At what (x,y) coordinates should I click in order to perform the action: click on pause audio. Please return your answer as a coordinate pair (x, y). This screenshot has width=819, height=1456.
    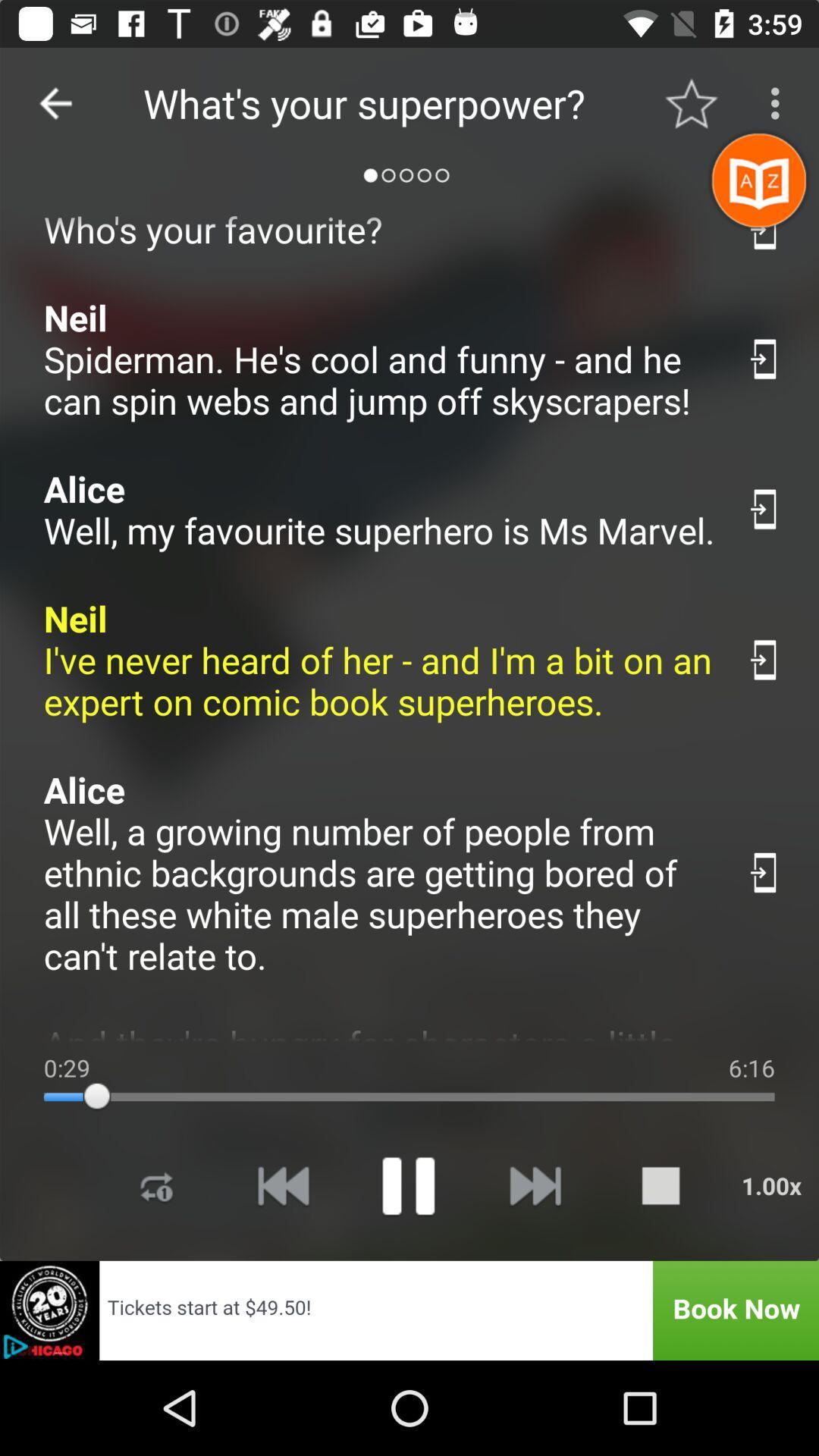
    Looking at the image, I should click on (407, 1185).